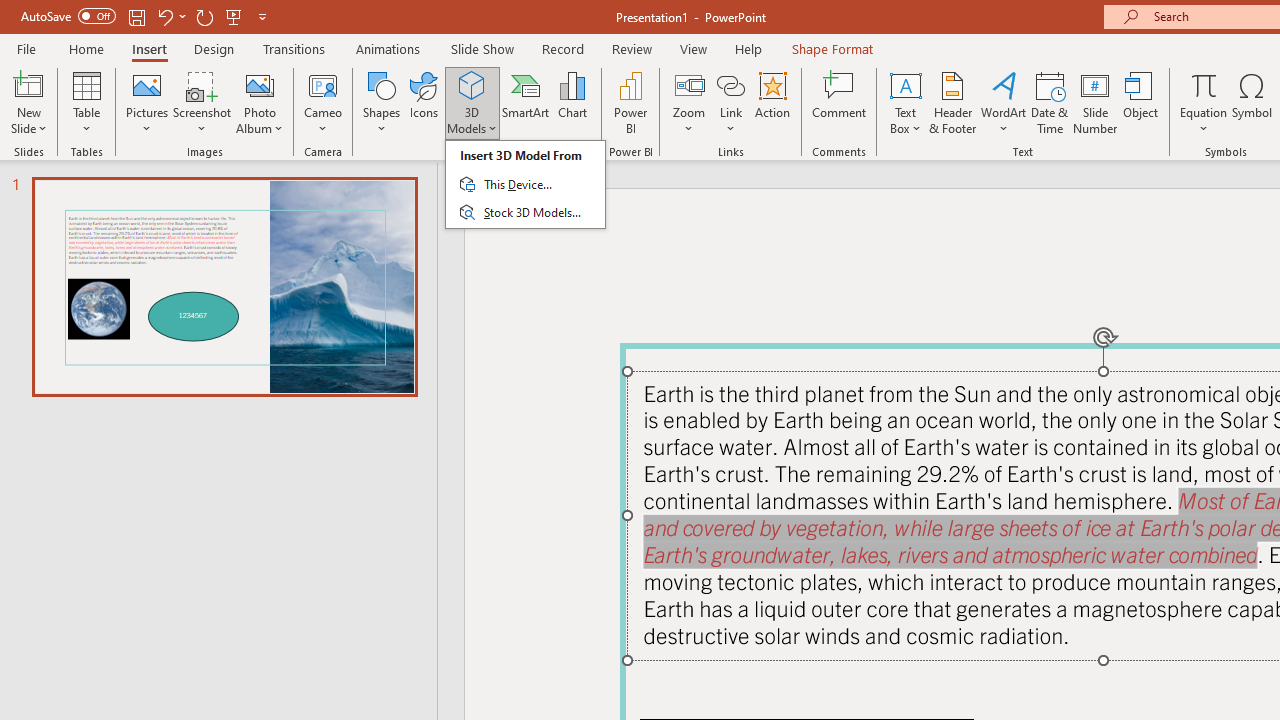 The width and height of the screenshot is (1280, 720). What do you see at coordinates (86, 103) in the screenshot?
I see `'Table'` at bounding box center [86, 103].